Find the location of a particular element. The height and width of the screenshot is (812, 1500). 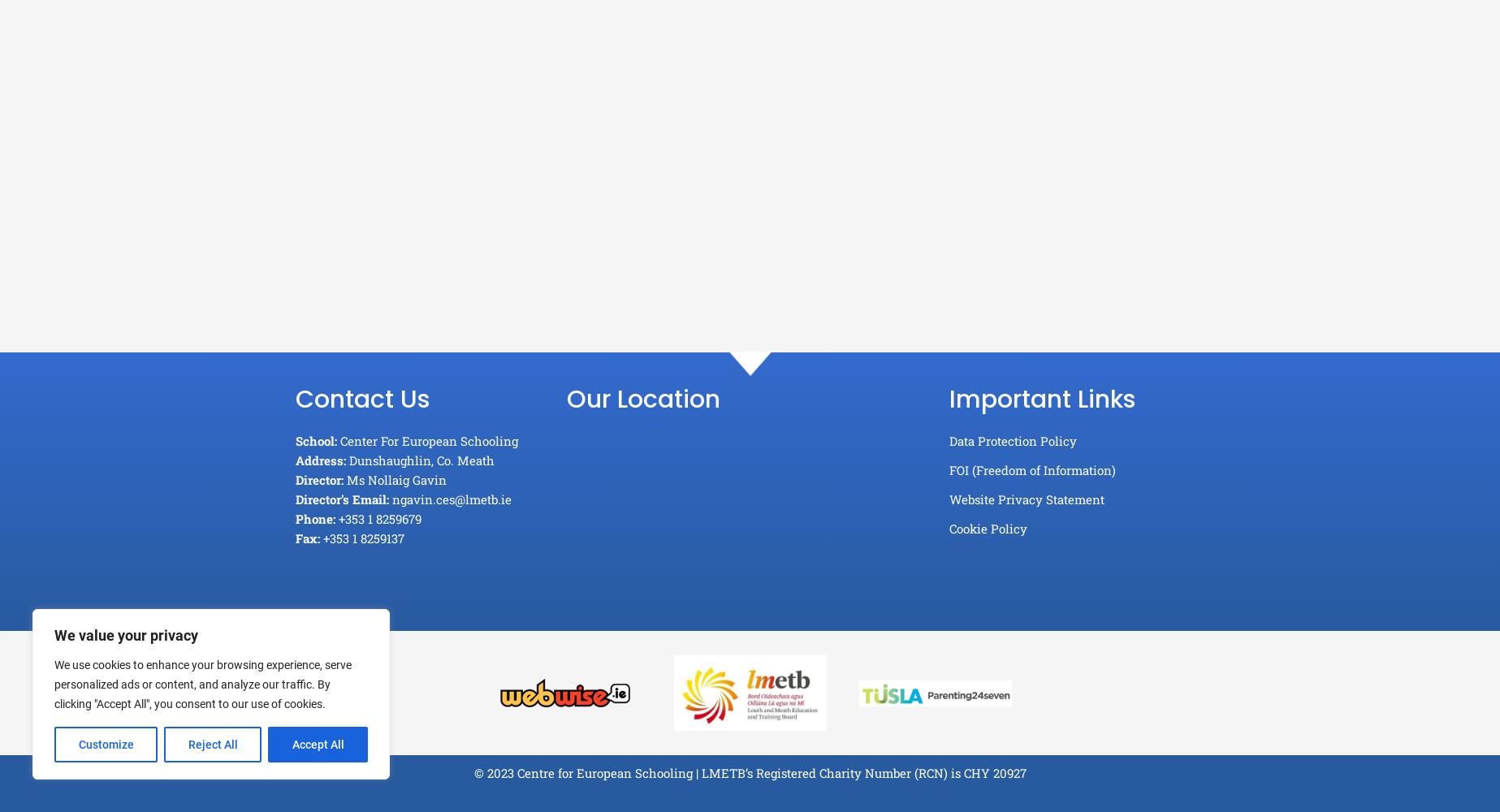

'Center For European Schooling' is located at coordinates (428, 441).